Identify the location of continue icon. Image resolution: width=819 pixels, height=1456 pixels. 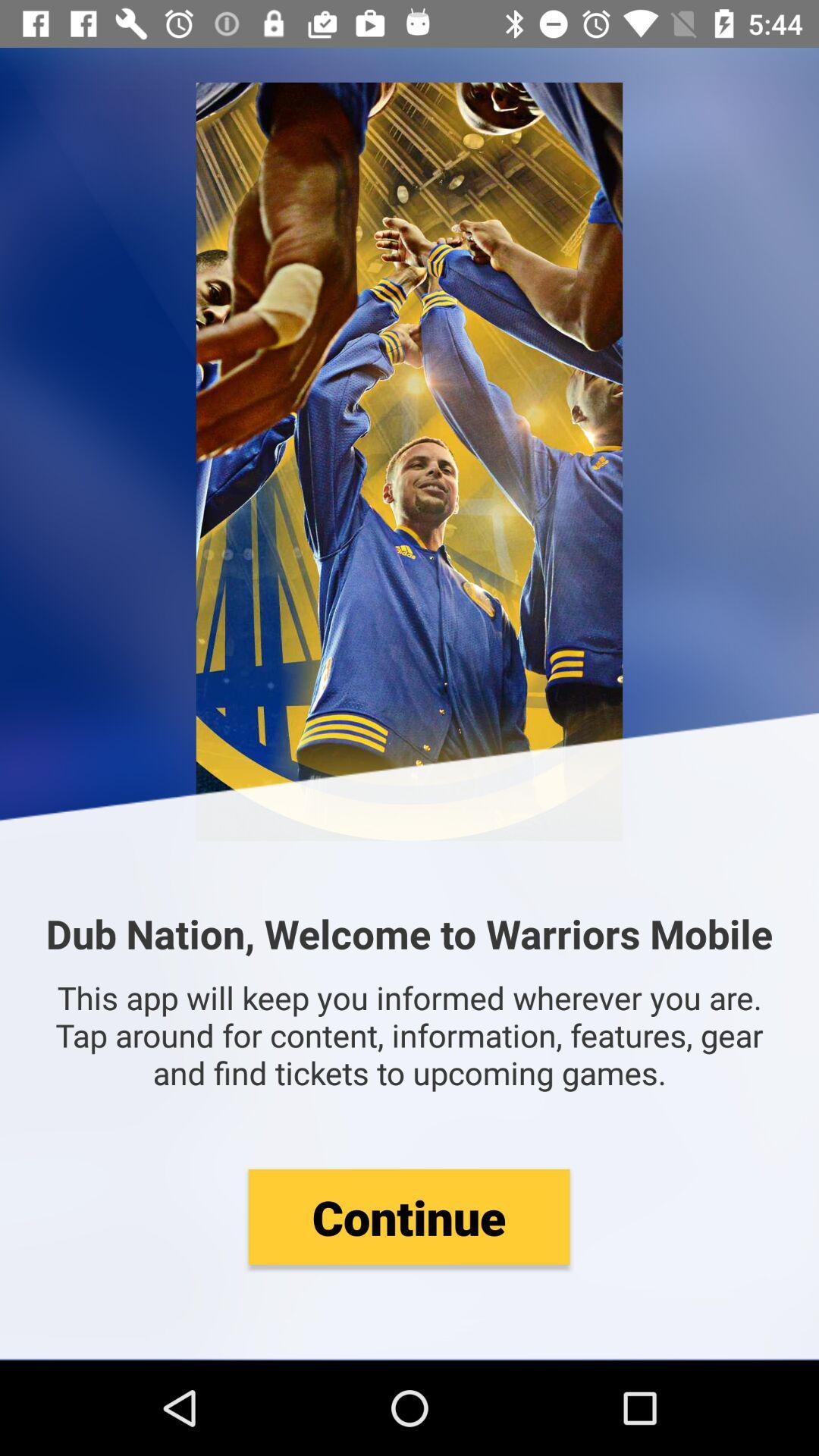
(408, 1216).